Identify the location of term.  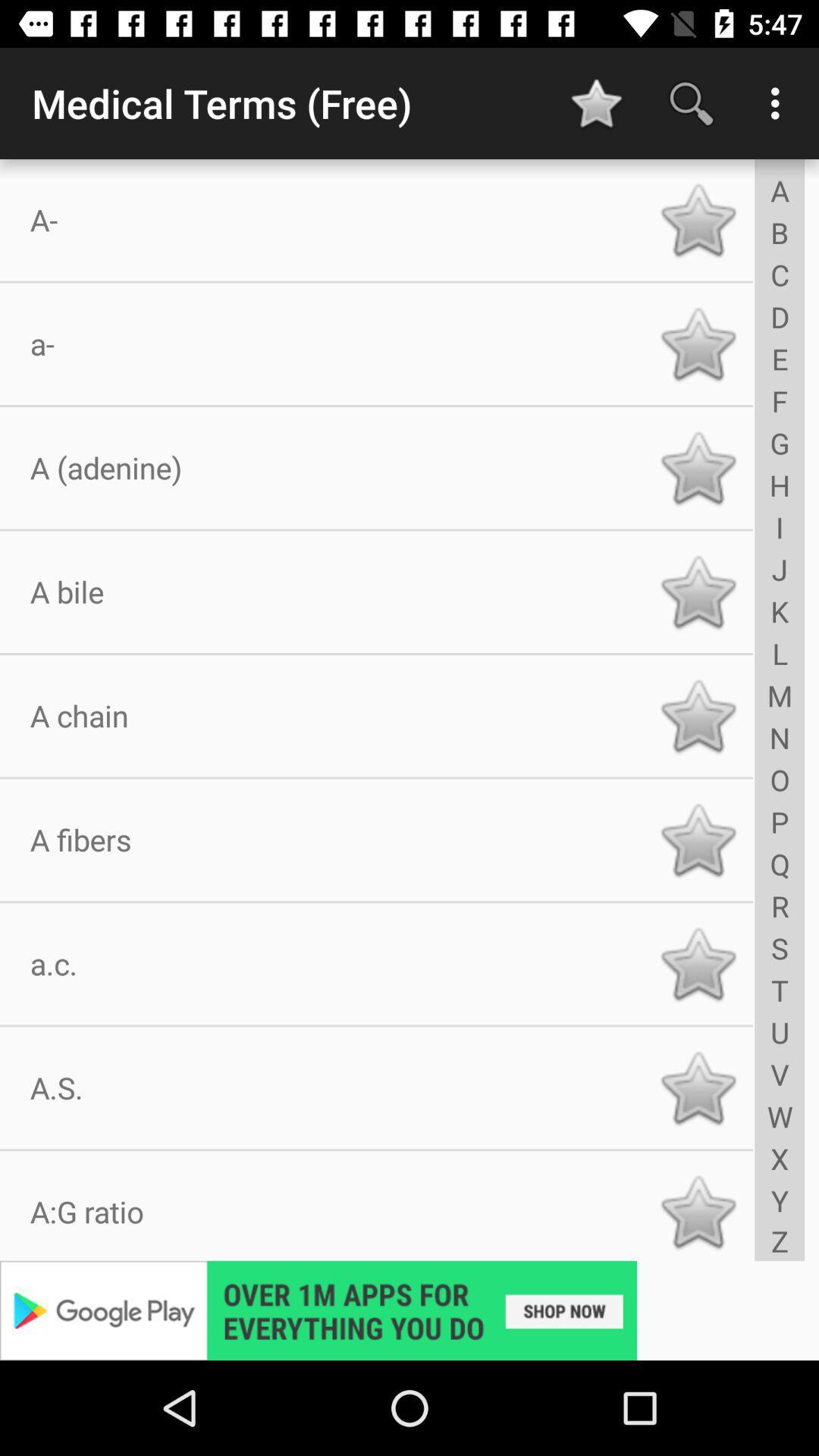
(698, 1087).